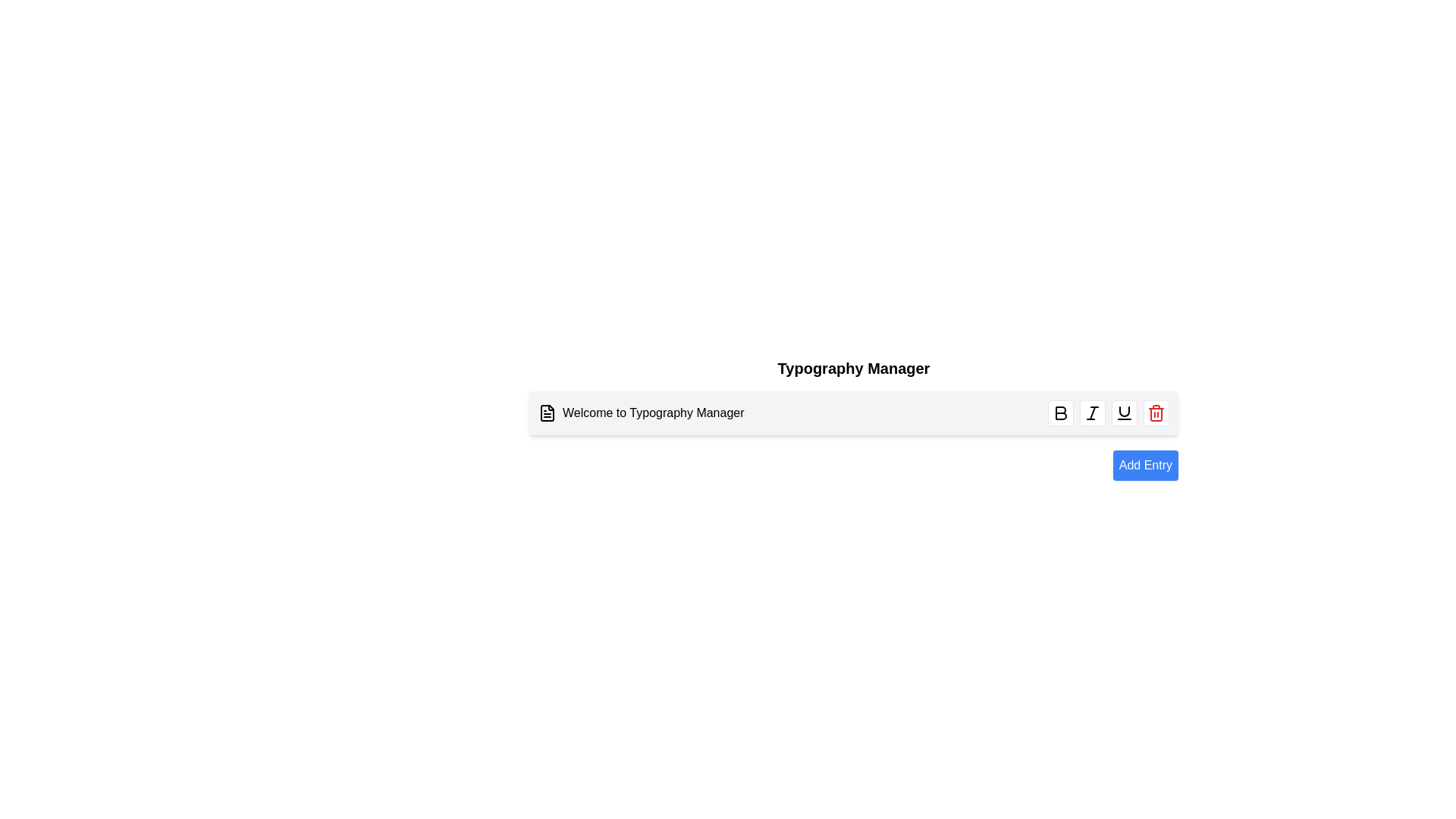  Describe the element at coordinates (1156, 413) in the screenshot. I see `the delete button located as the last item in a horizontal row of interactive buttons` at that location.